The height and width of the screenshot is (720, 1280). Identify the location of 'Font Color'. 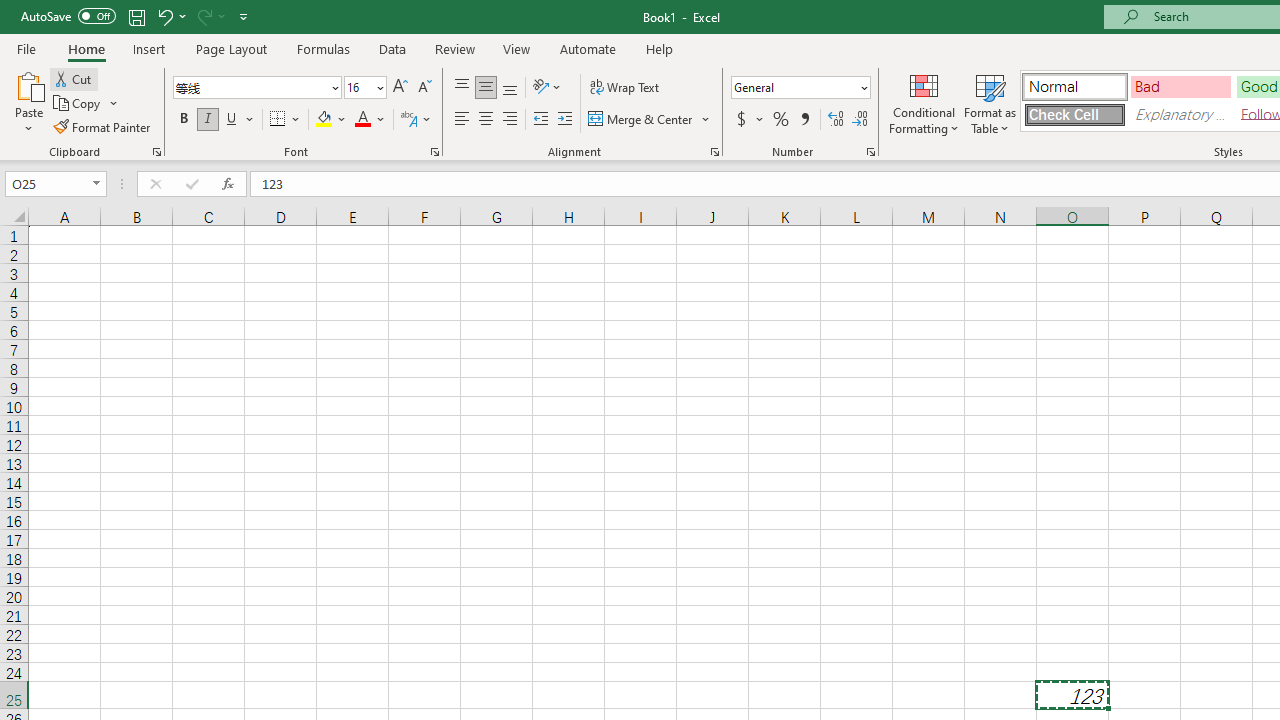
(370, 119).